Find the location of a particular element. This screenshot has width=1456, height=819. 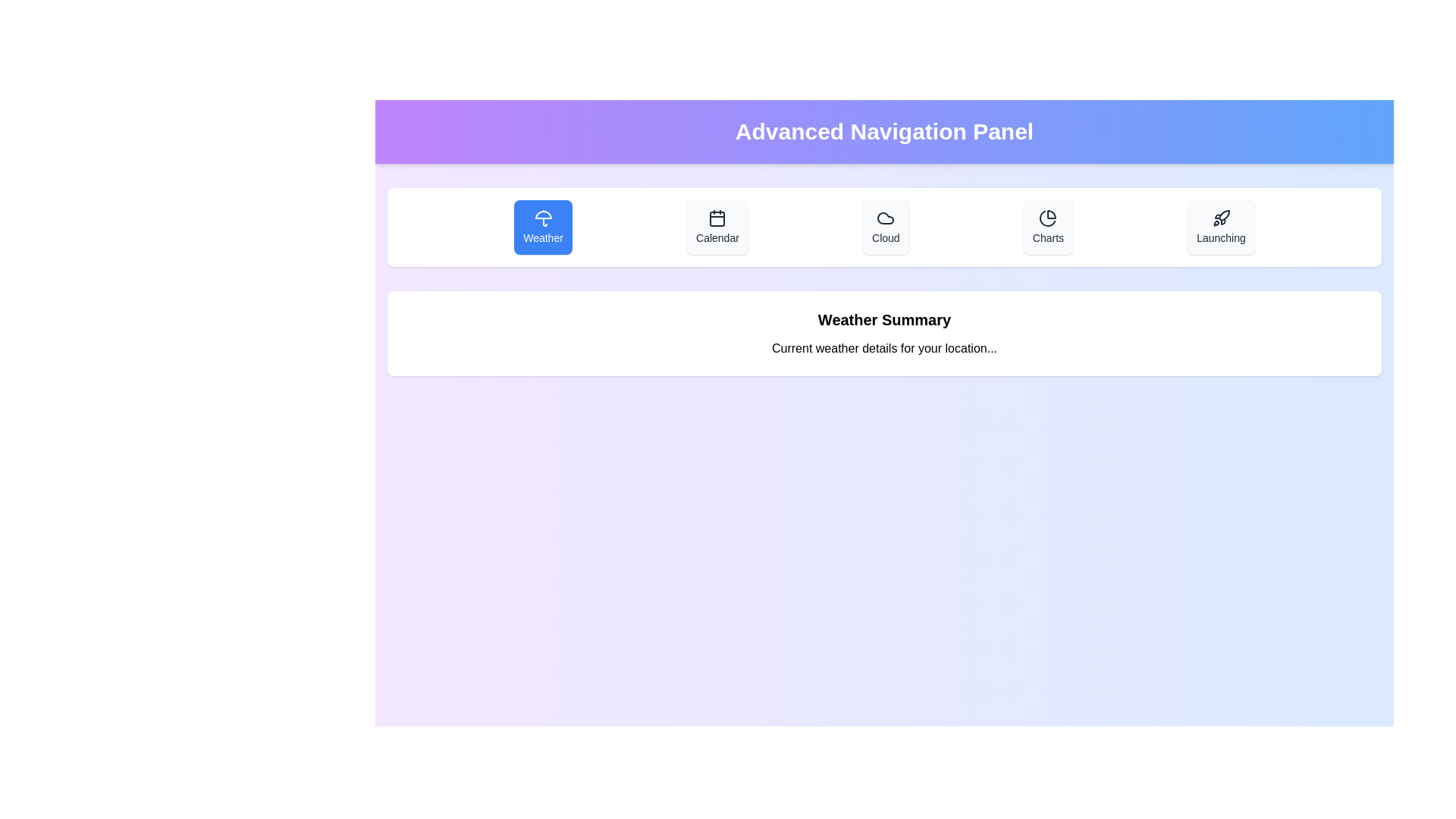

the 'Cloud' icon located in the main top navigation bar, which is the third icon from the left is located at coordinates (886, 218).